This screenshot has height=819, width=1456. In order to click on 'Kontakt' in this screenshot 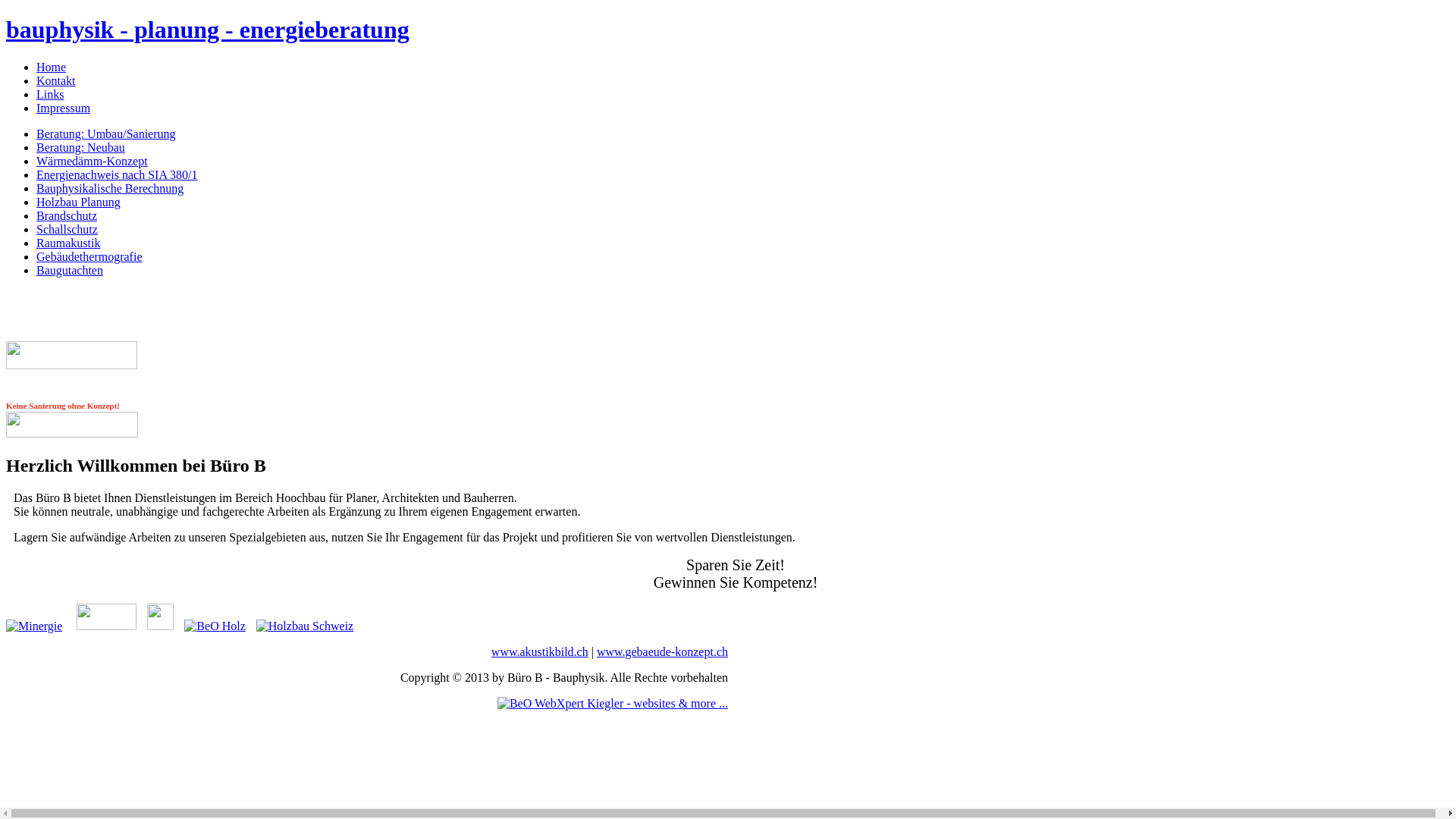, I will do `click(55, 80)`.